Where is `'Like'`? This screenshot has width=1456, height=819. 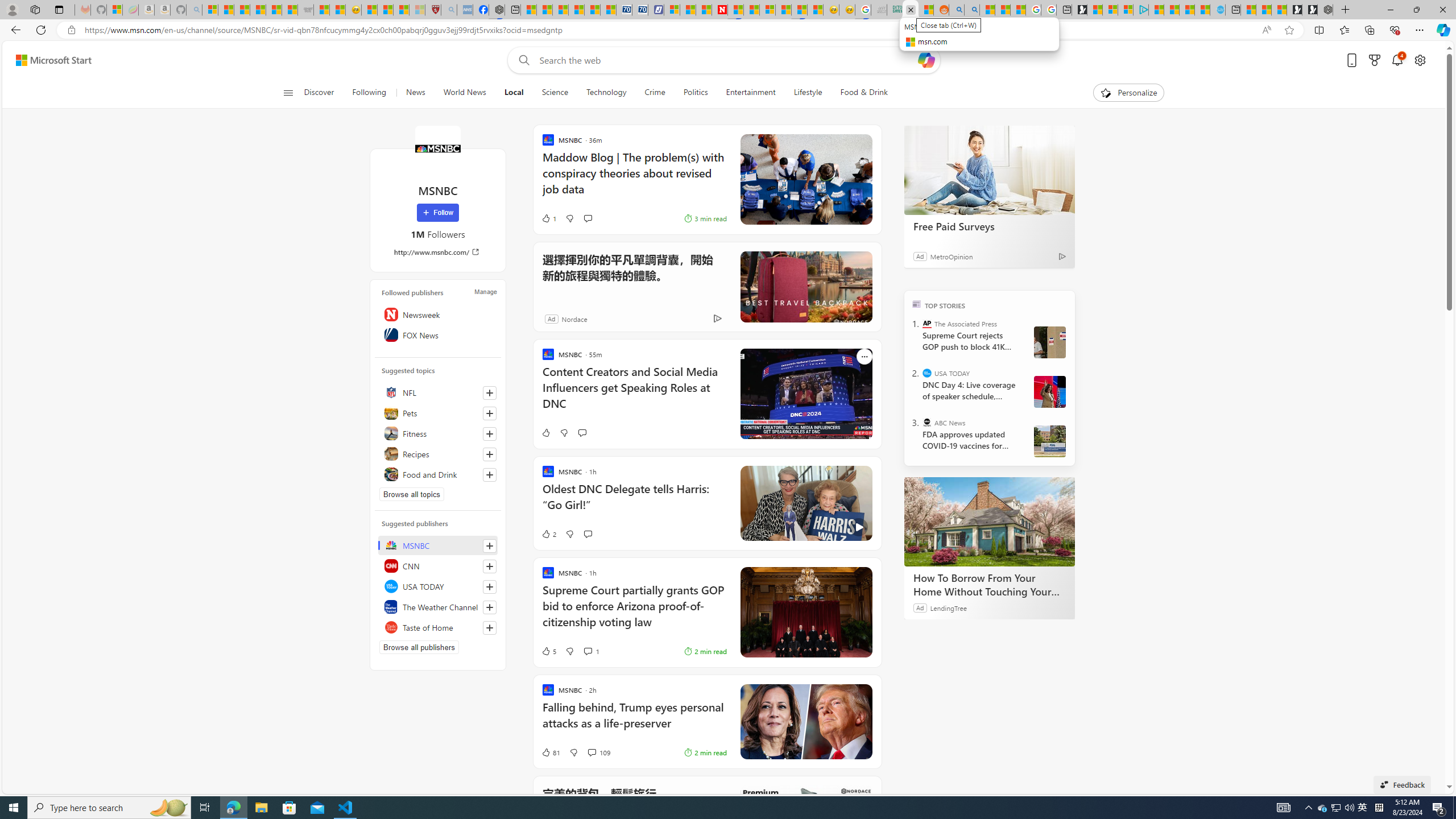 'Like' is located at coordinates (544, 433).